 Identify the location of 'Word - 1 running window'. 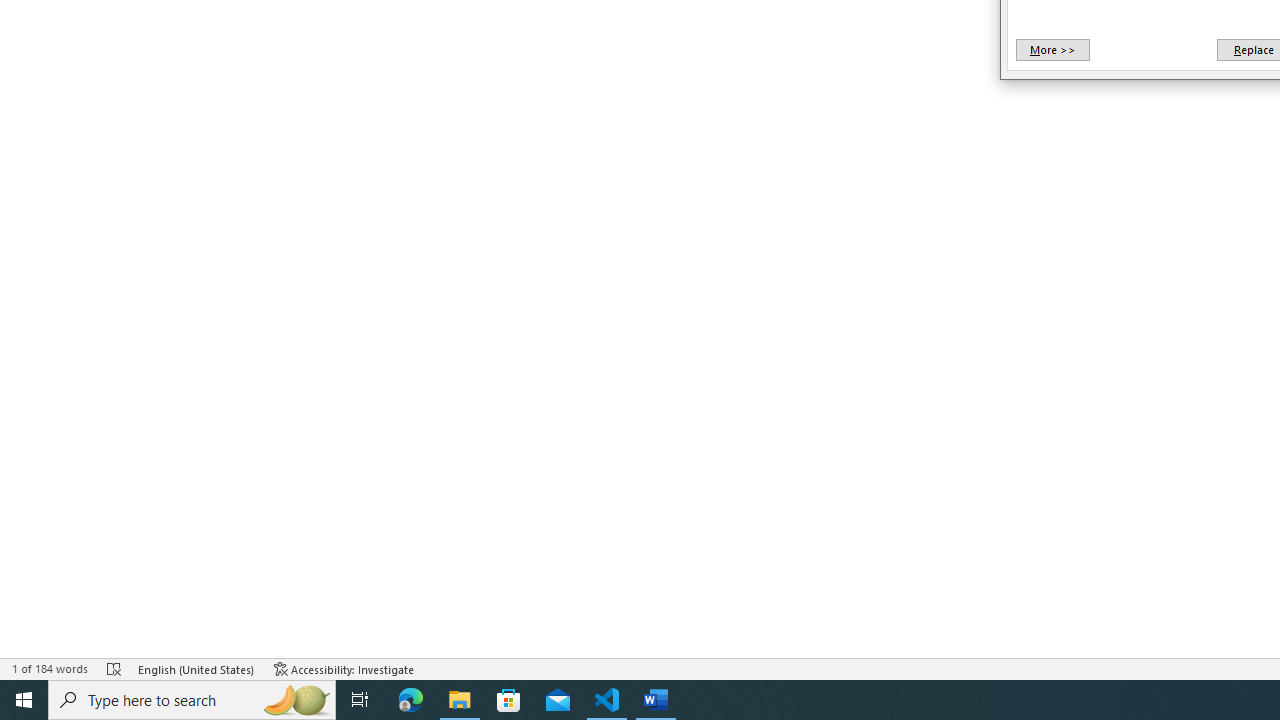
(656, 698).